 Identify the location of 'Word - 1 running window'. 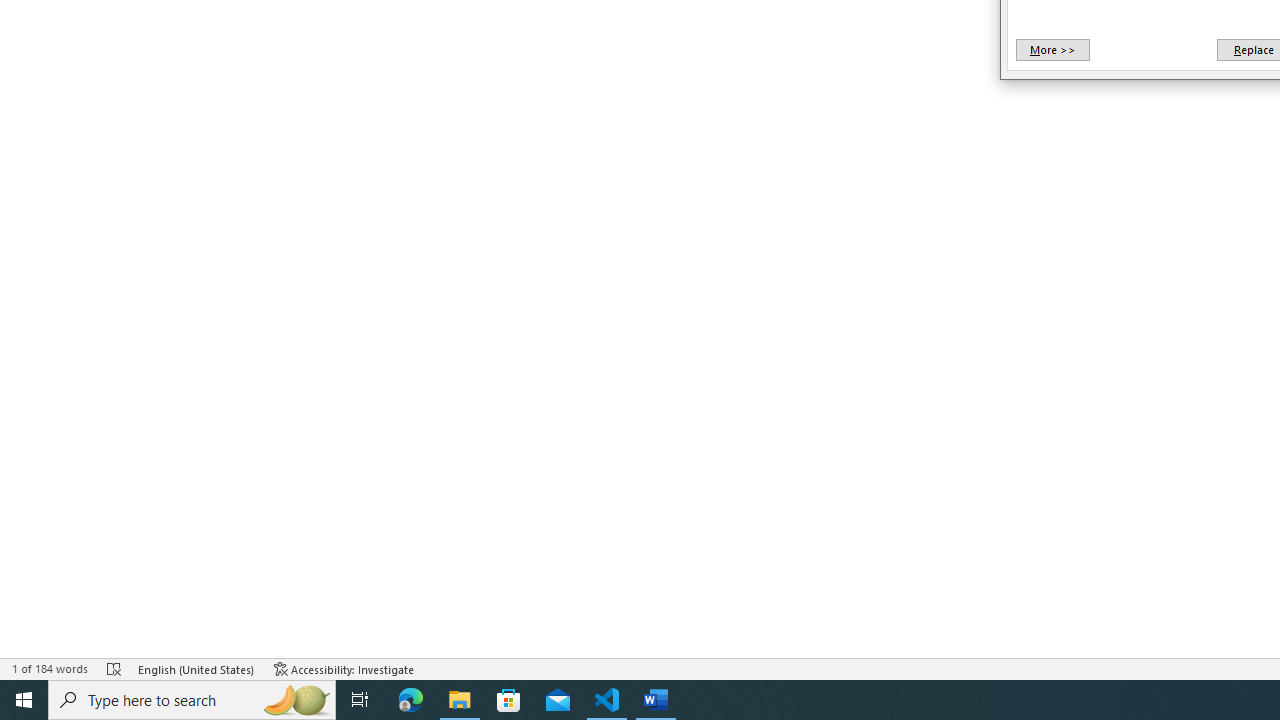
(656, 698).